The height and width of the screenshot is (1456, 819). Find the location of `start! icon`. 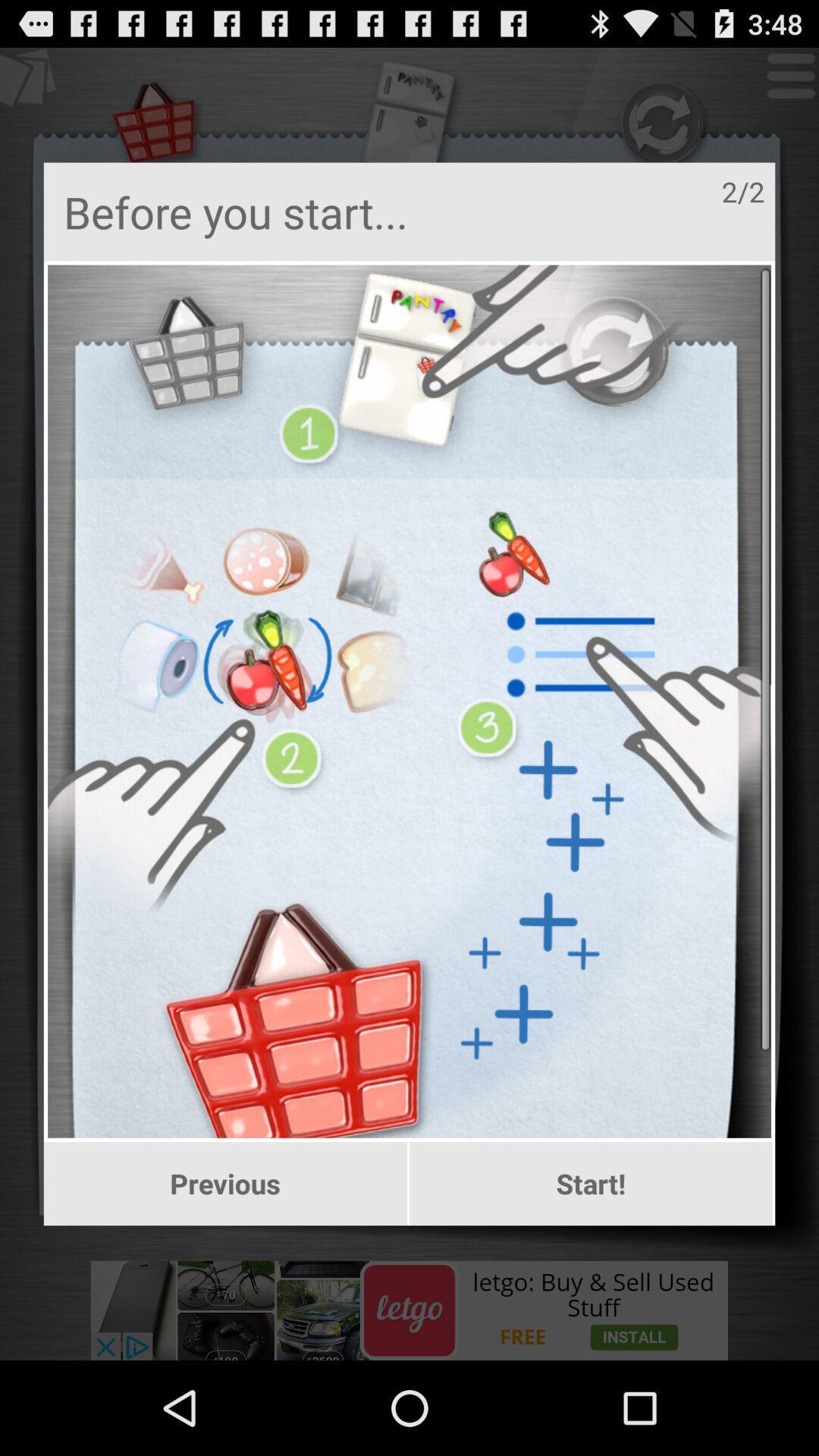

start! icon is located at coordinates (590, 1183).